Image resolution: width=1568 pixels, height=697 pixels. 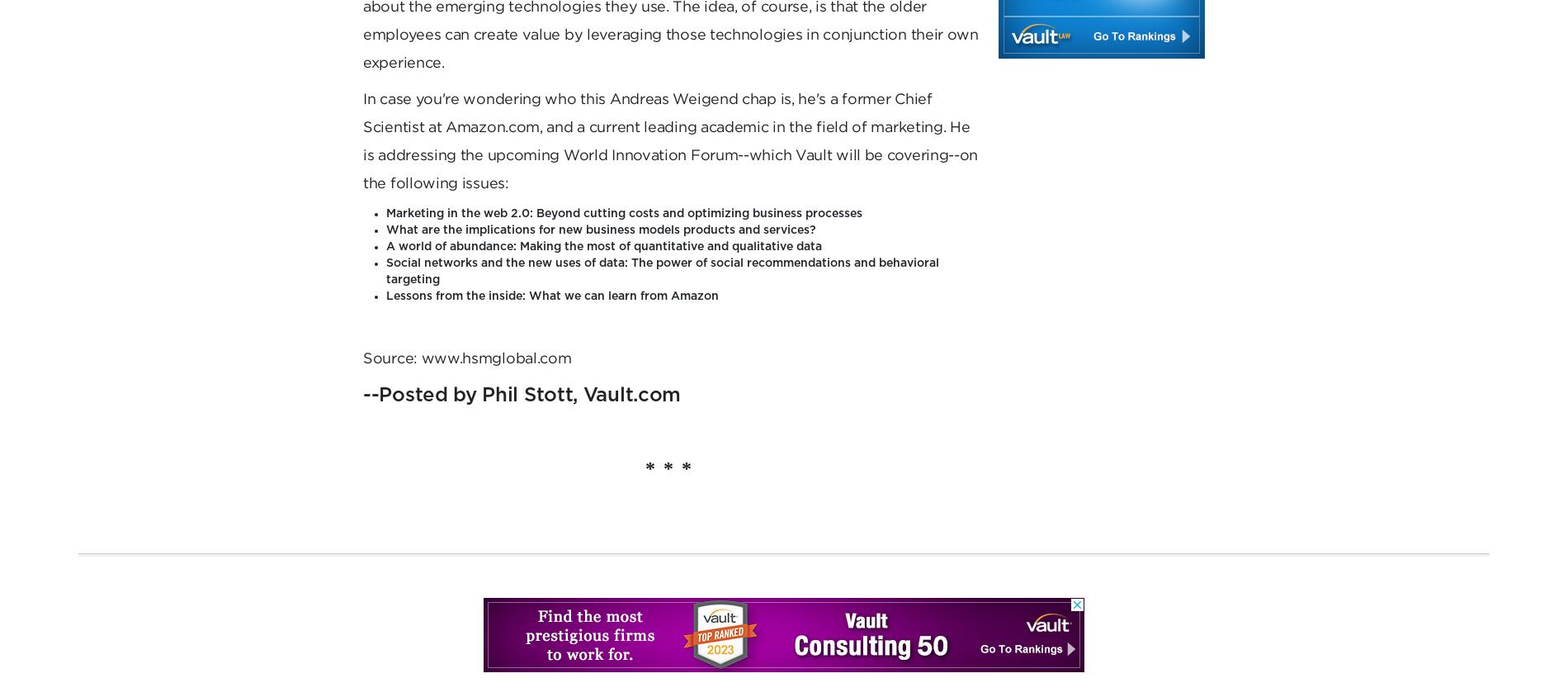 What do you see at coordinates (1147, 160) in the screenshot?
I see `'Help Center'` at bounding box center [1147, 160].